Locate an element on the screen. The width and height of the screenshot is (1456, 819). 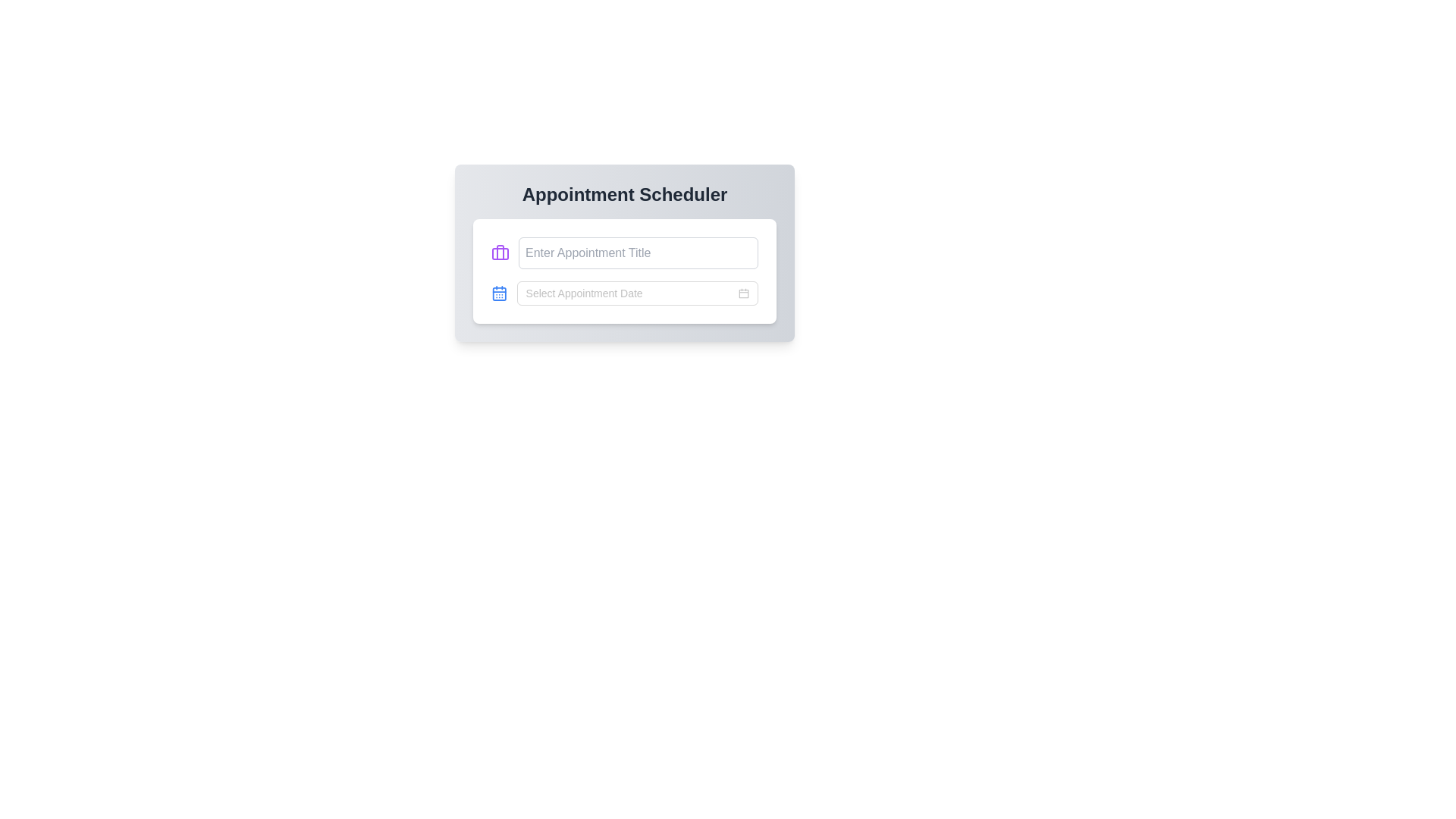
the text input field for appointment date selection, which has the placeholder 'Select Appointment Date' is located at coordinates (625, 293).